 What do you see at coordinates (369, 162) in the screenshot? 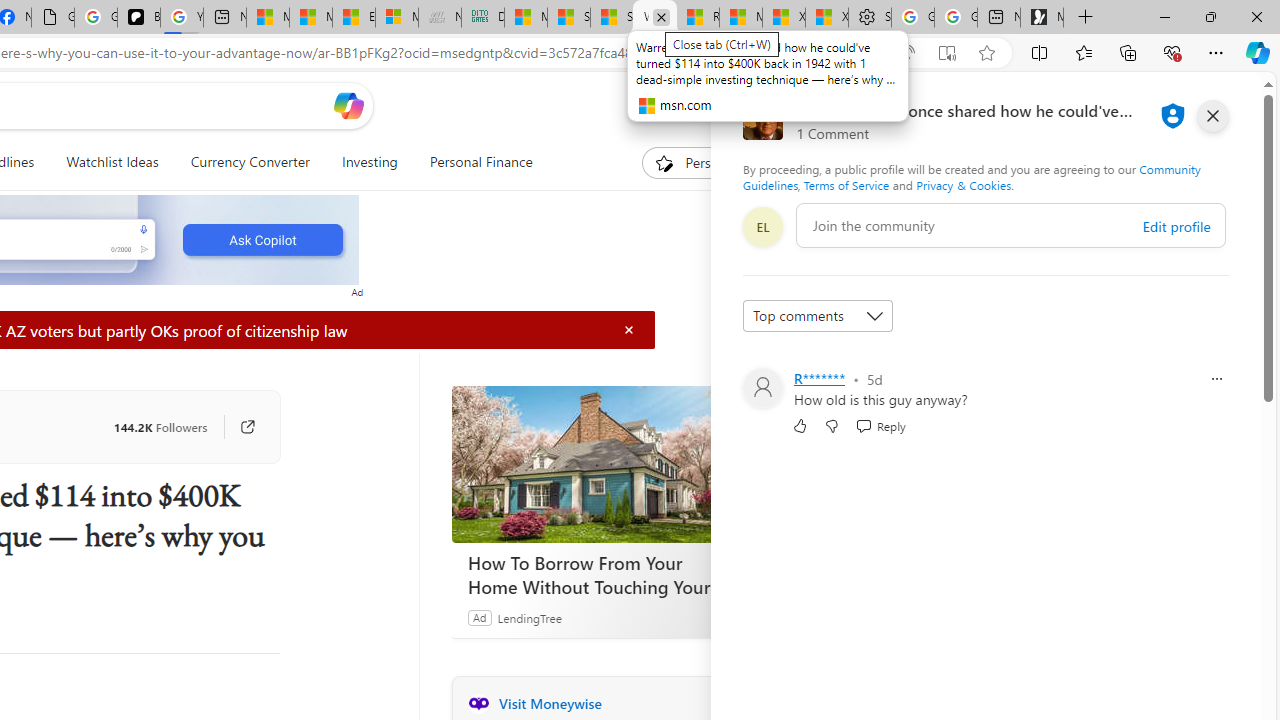
I see `'Investing'` at bounding box center [369, 162].